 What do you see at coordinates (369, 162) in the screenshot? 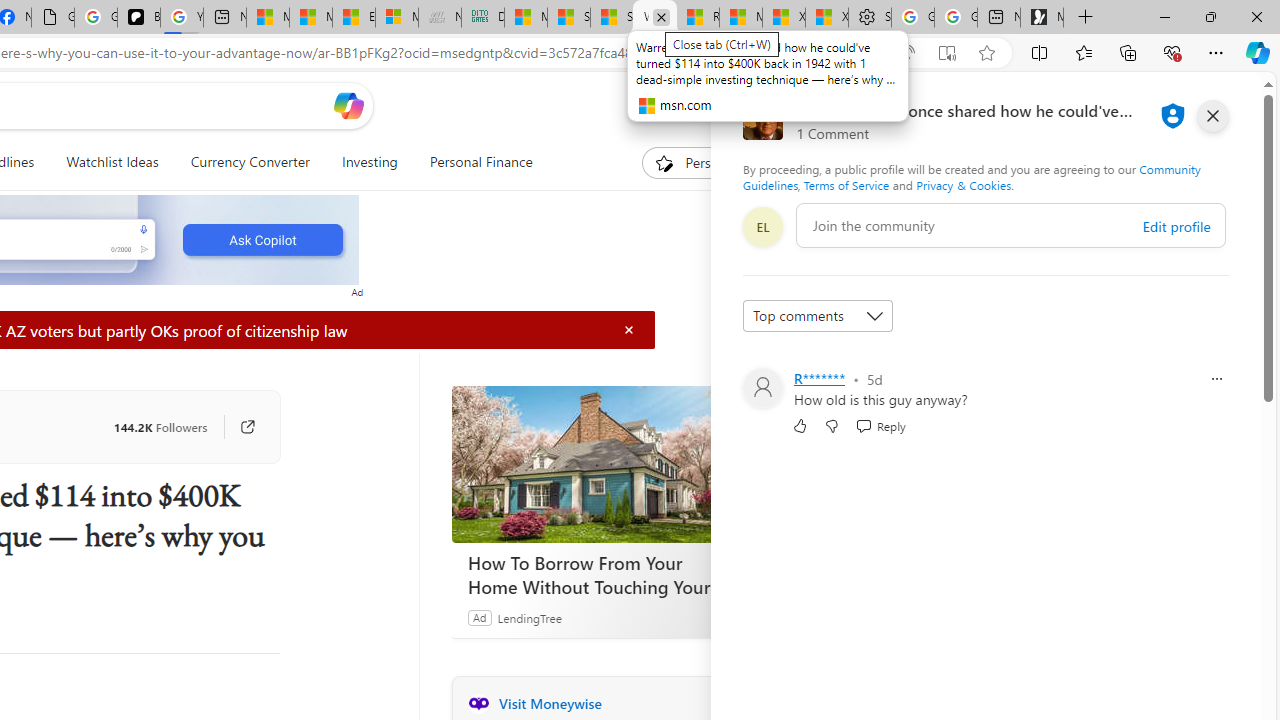
I see `'Investing'` at bounding box center [369, 162].